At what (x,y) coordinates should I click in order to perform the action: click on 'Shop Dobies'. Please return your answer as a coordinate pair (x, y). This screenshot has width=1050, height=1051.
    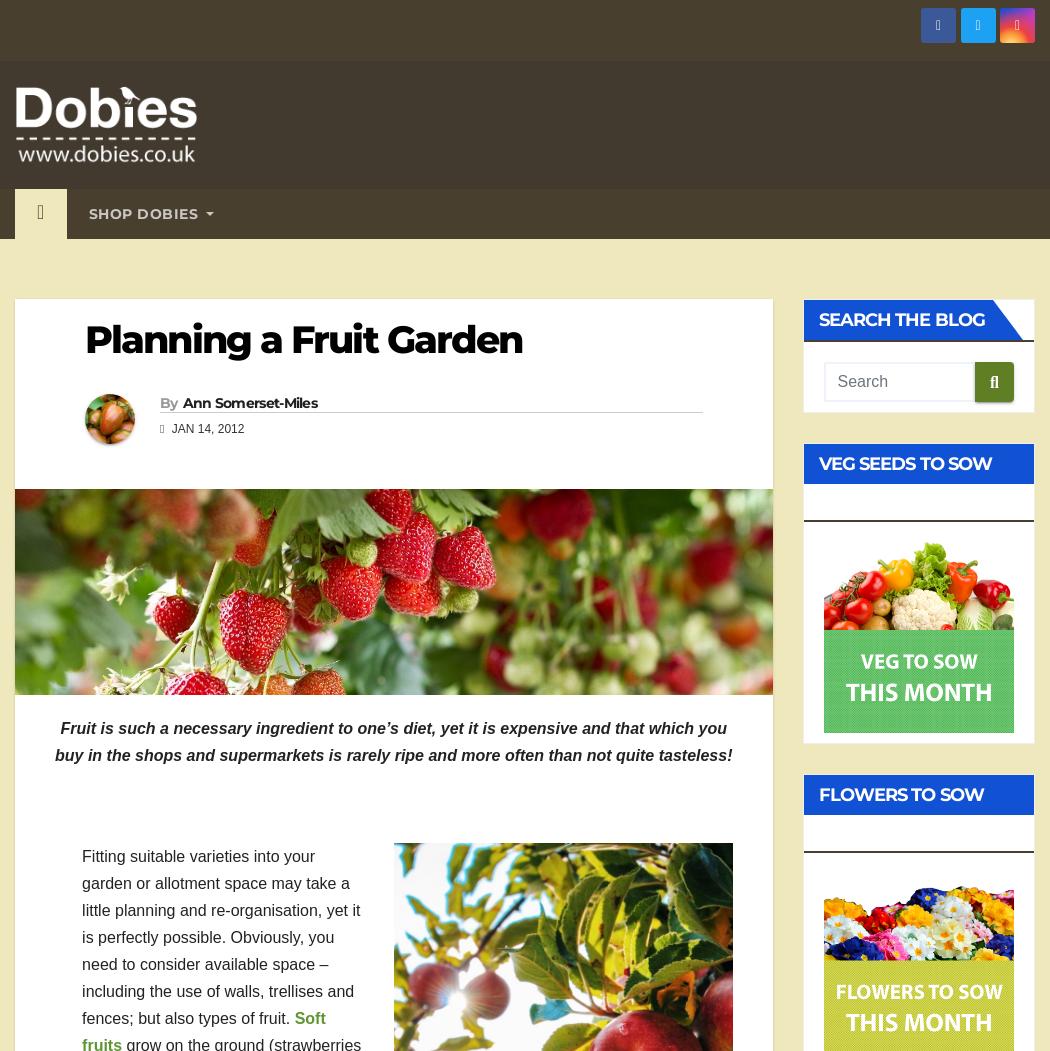
    Looking at the image, I should click on (87, 212).